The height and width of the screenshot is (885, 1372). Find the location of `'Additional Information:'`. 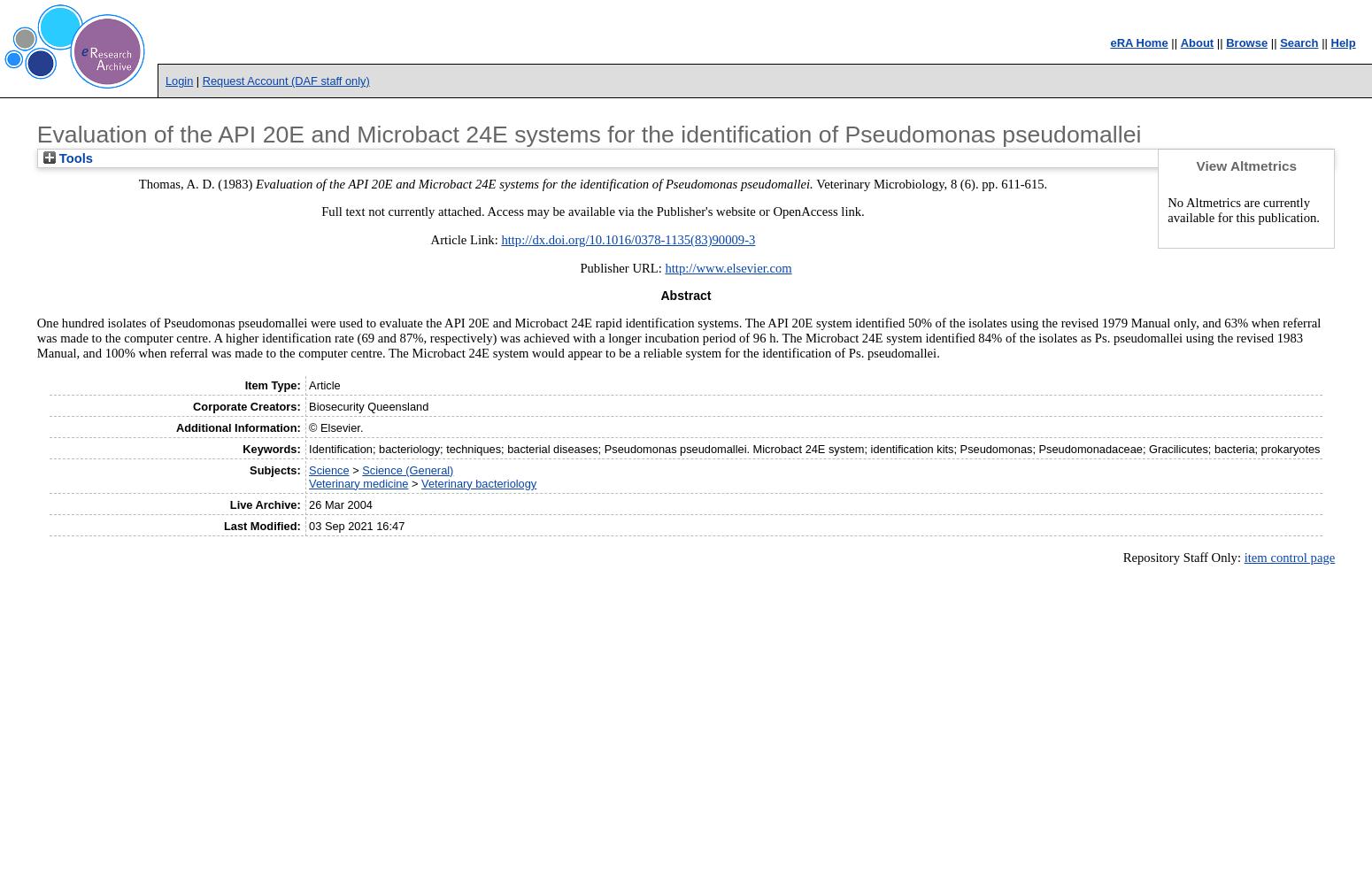

'Additional Information:' is located at coordinates (237, 426).